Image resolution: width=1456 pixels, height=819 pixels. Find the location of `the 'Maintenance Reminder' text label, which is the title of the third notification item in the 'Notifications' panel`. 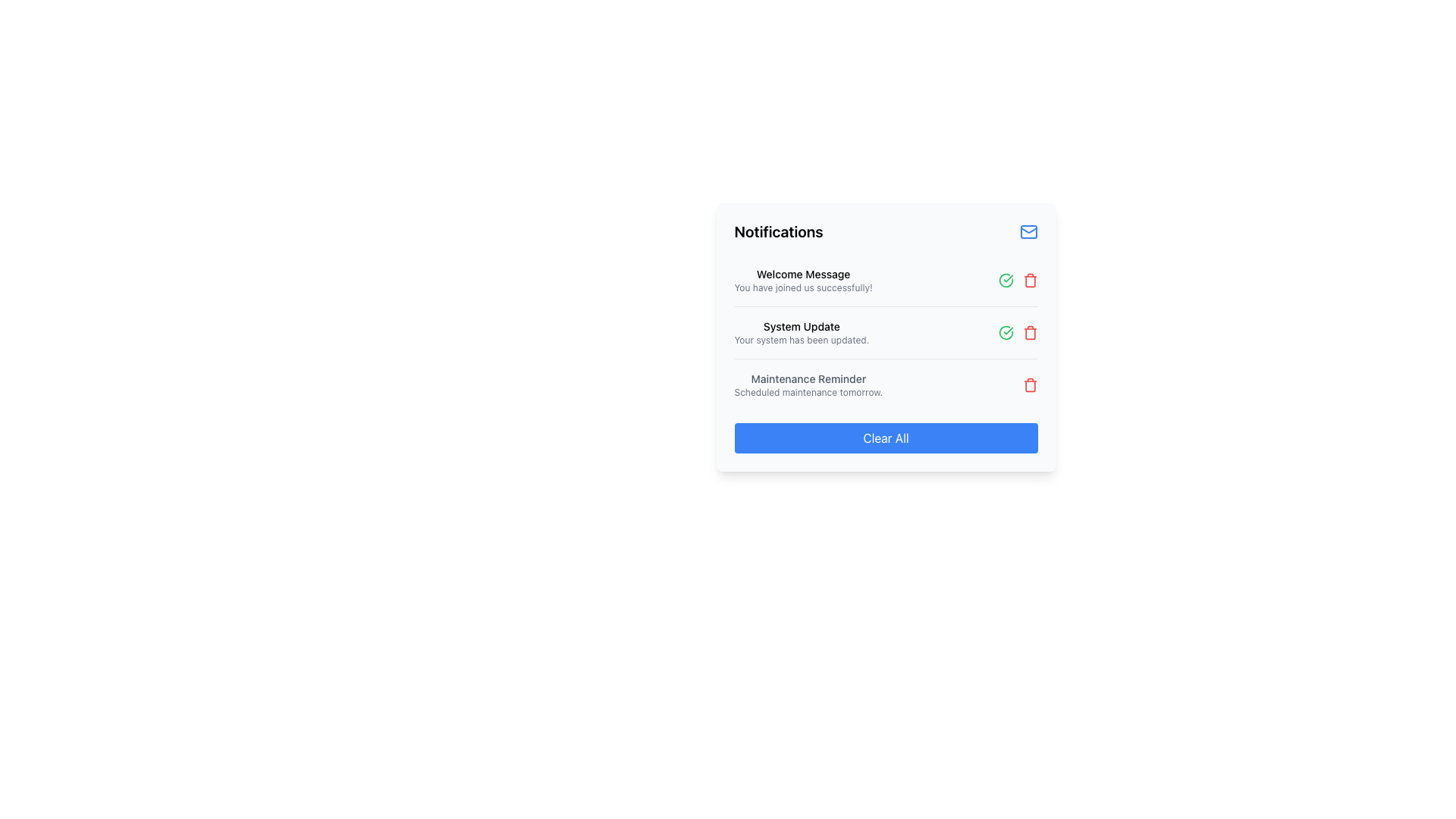

the 'Maintenance Reminder' text label, which is the title of the third notification item in the 'Notifications' panel is located at coordinates (808, 378).